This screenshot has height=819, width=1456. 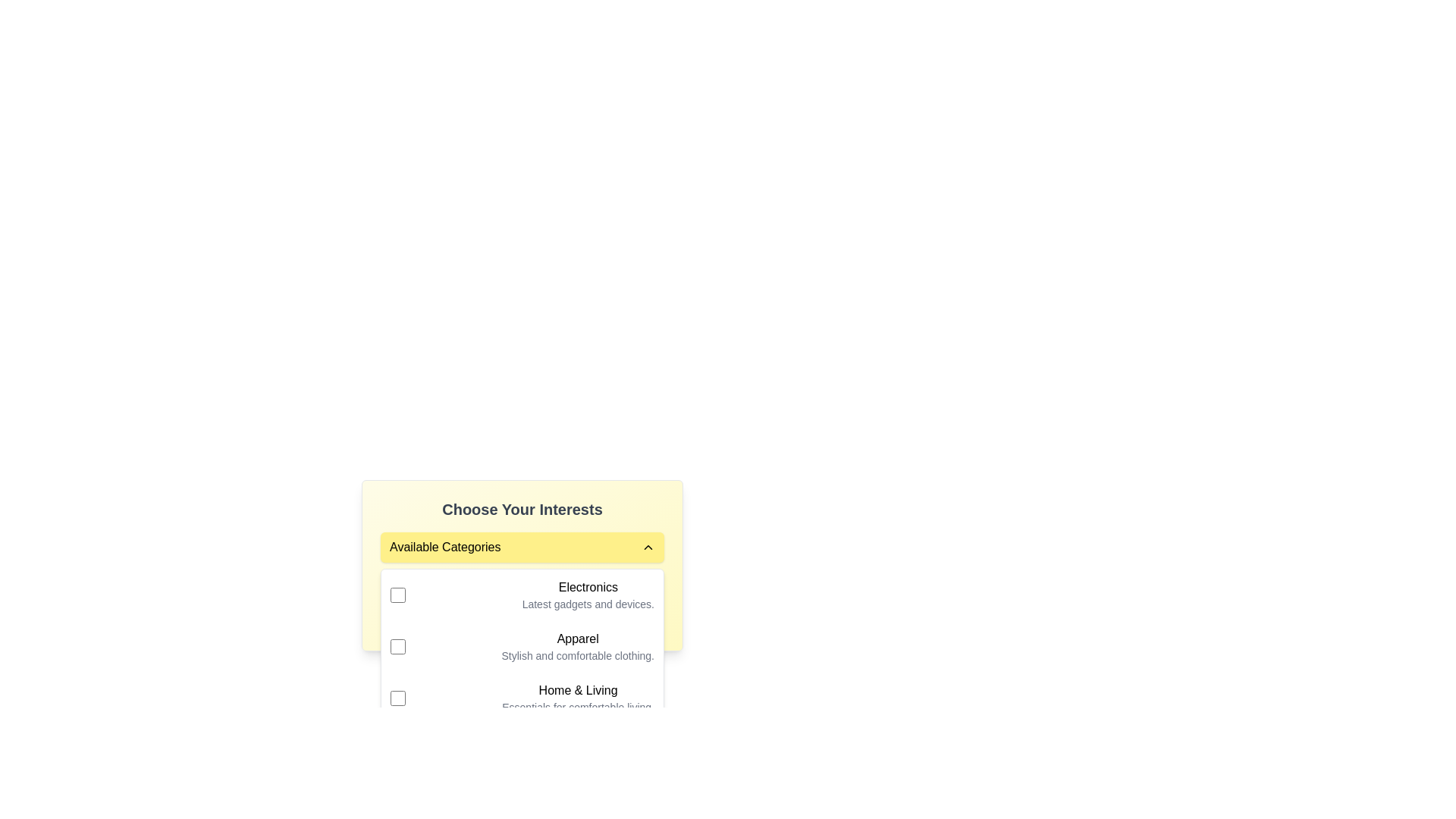 I want to click on the text label displaying 'Latest gadgets and devices.' which provides additional information under the 'Electronics' heading in the 'Available Categories' section, so click(x=587, y=604).